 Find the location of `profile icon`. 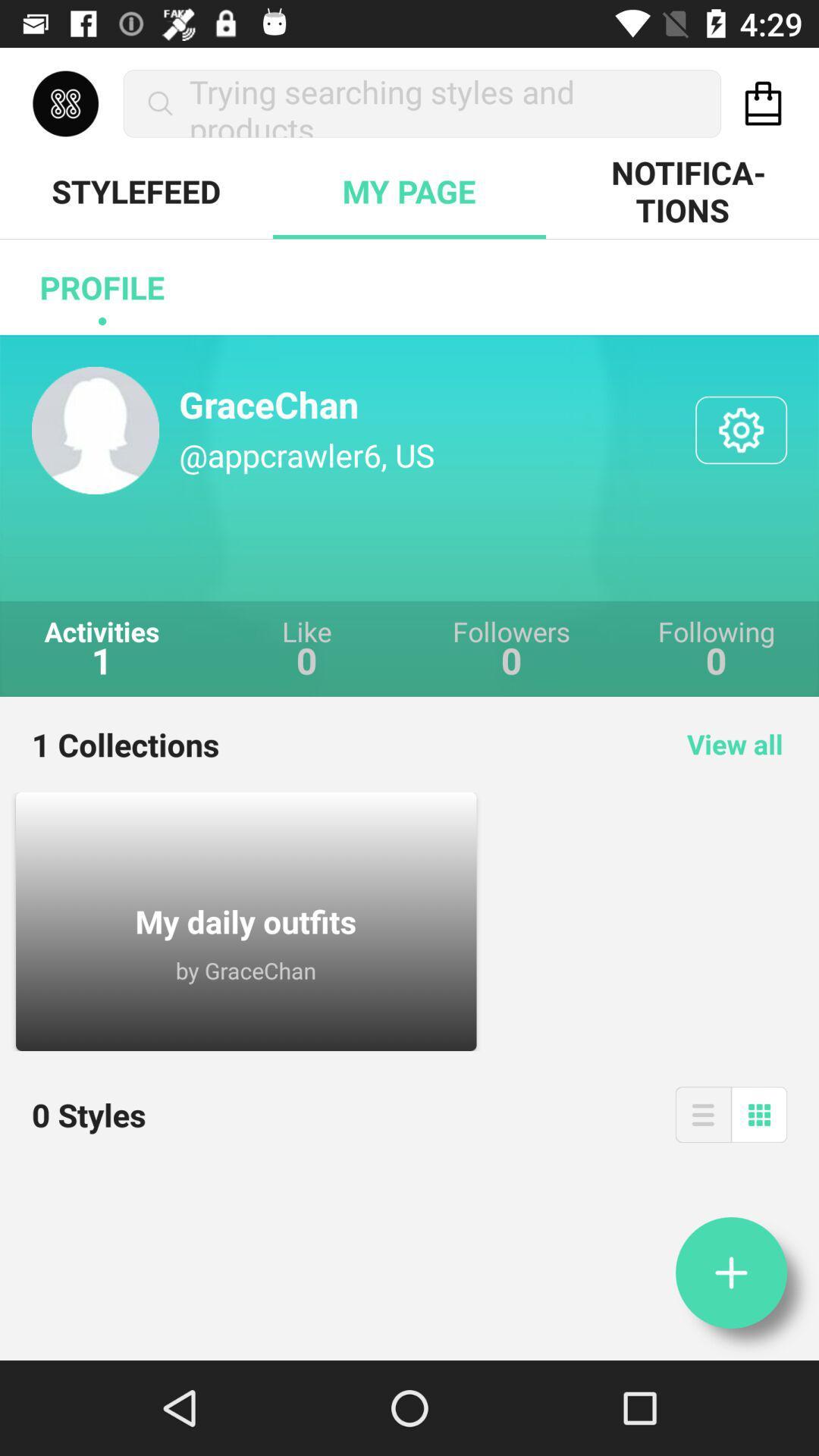

profile icon is located at coordinates (102, 287).